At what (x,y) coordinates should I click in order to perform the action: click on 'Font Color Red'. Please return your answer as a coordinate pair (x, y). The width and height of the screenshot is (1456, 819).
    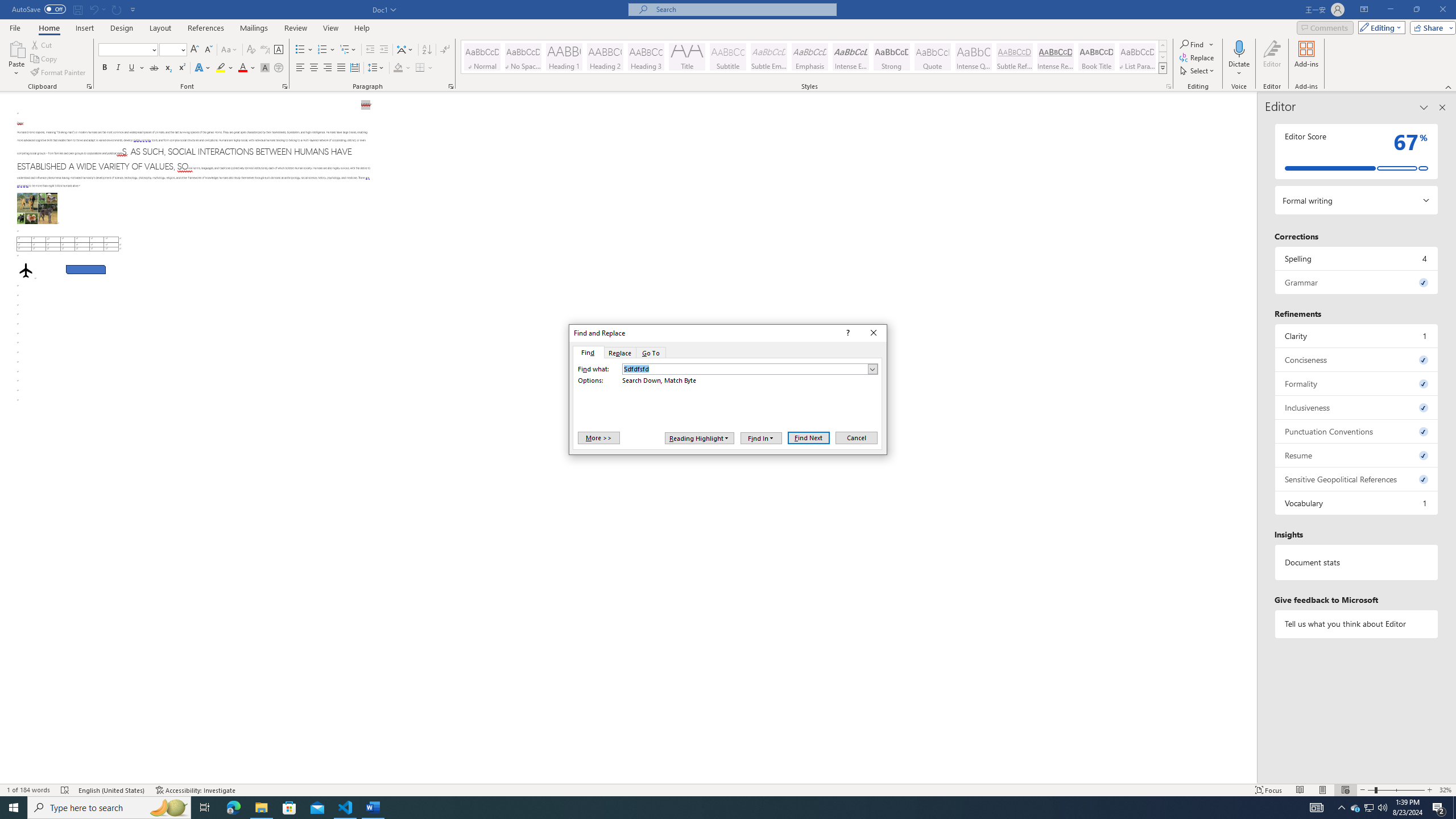
    Looking at the image, I should click on (242, 67).